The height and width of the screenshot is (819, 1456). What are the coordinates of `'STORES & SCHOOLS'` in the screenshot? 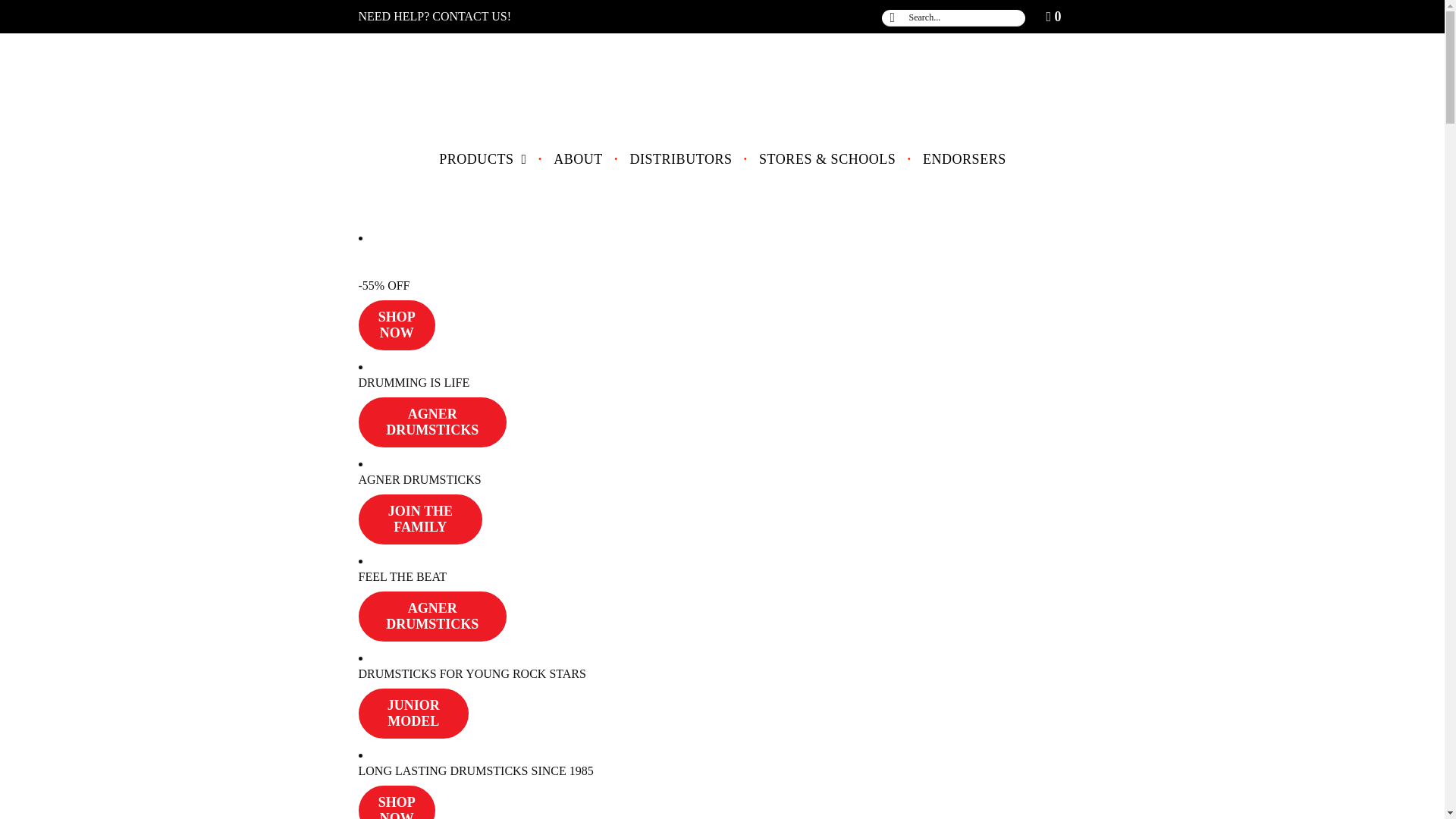 It's located at (826, 158).